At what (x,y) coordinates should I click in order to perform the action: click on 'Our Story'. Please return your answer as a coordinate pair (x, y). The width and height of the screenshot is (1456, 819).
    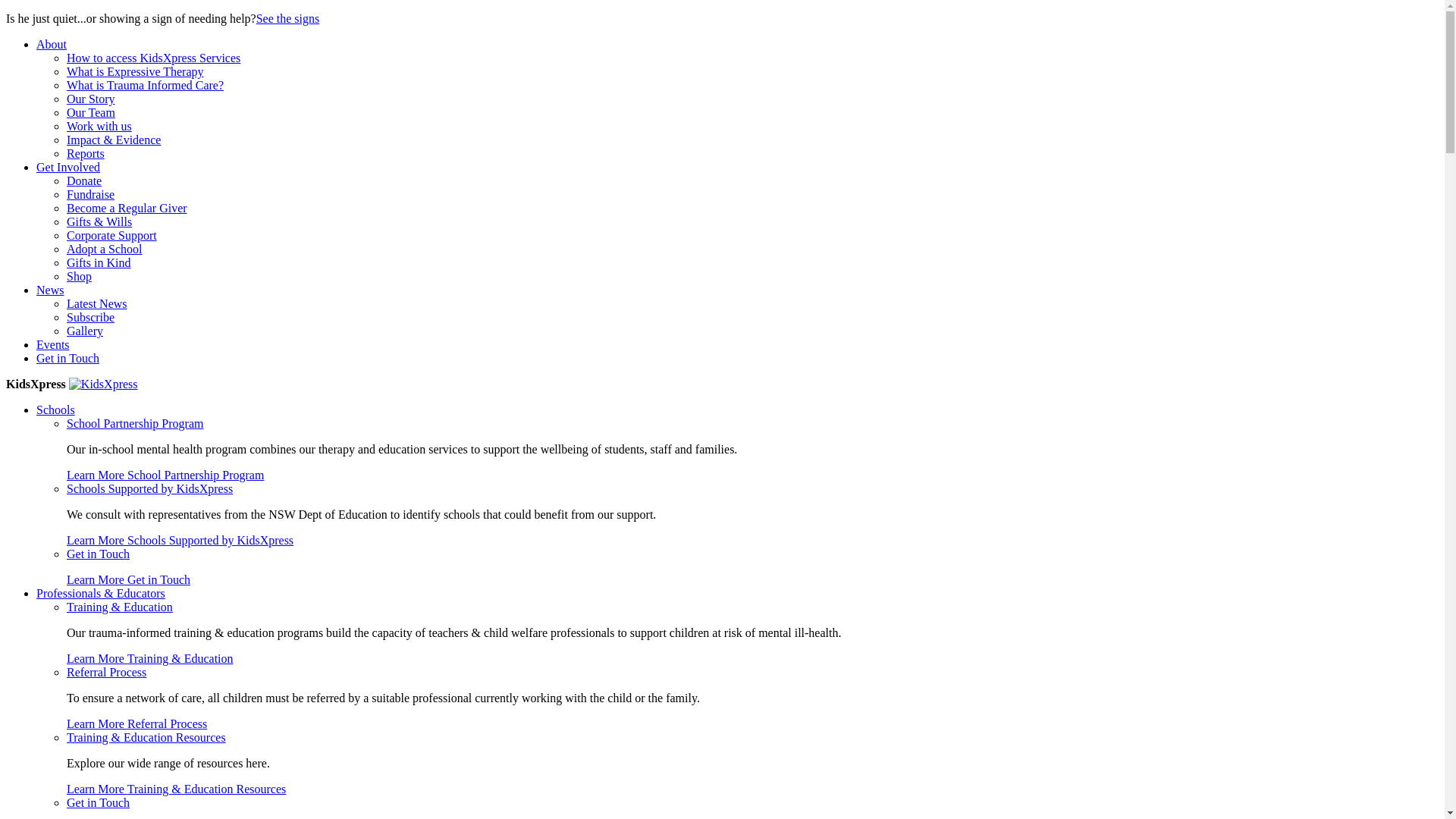
    Looking at the image, I should click on (90, 99).